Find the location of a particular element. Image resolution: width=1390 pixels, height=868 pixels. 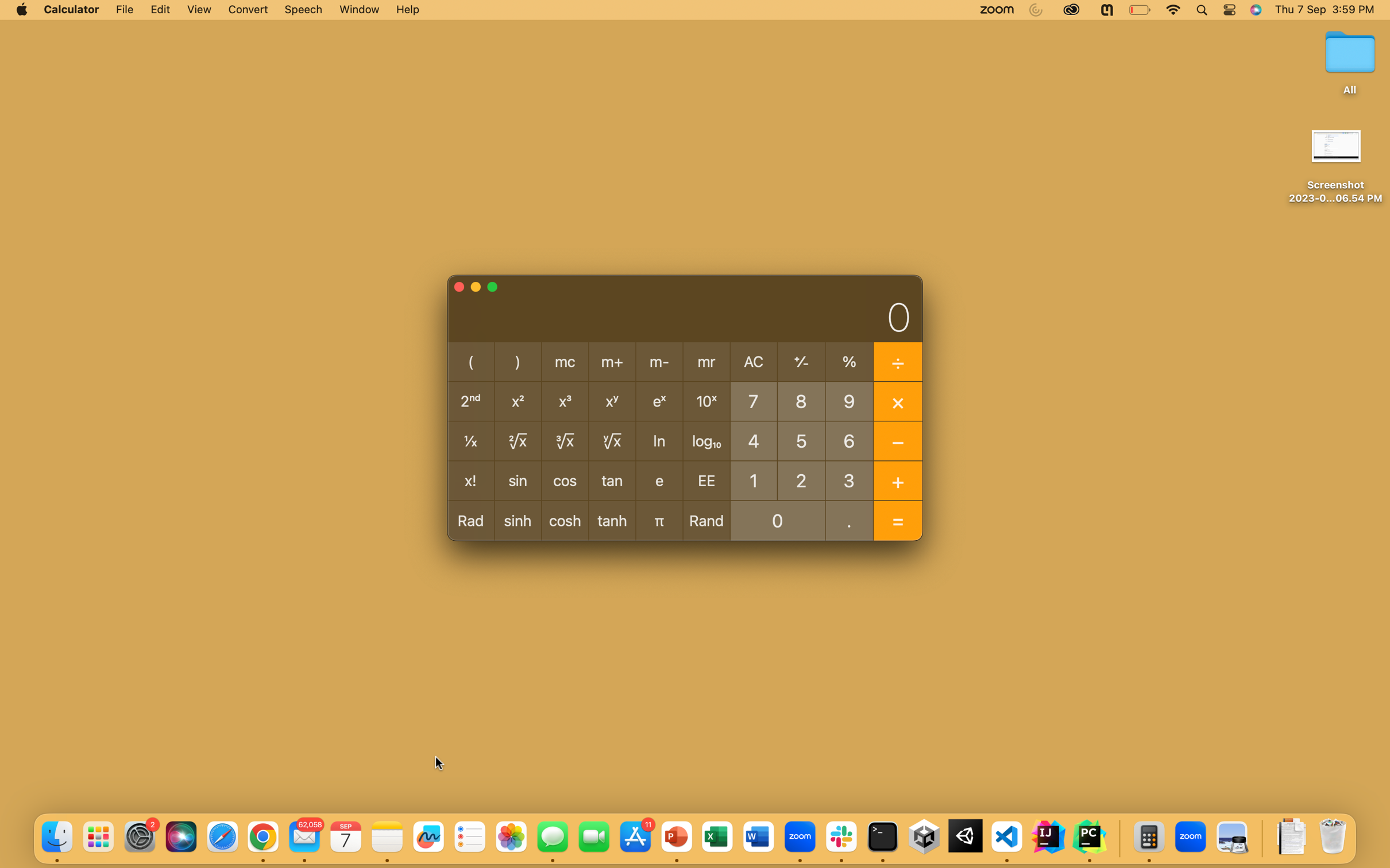

Compute the sum of 2 and 7 is located at coordinates (801, 479).